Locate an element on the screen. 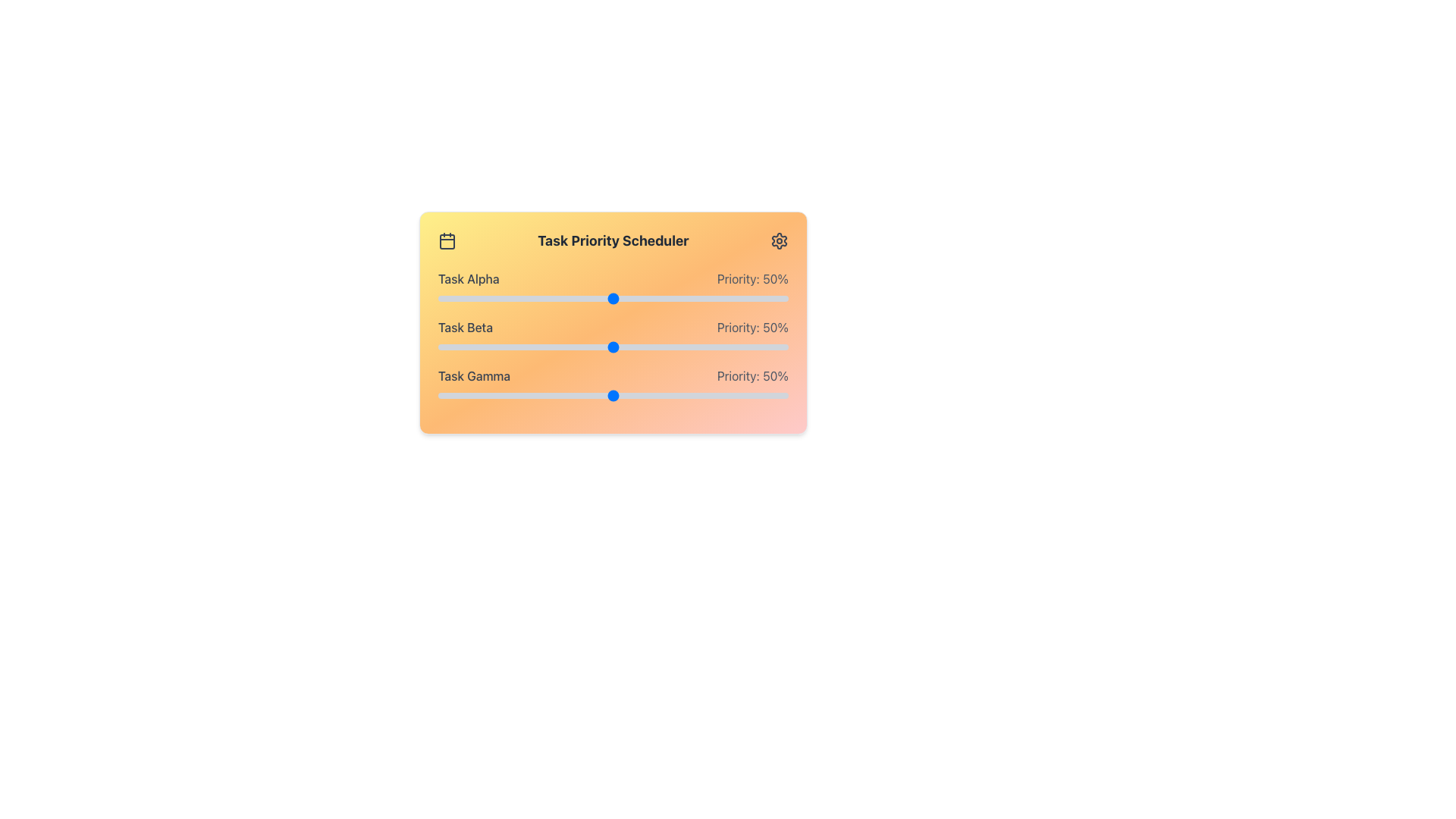 The image size is (1456, 819). task priority is located at coordinates (770, 394).